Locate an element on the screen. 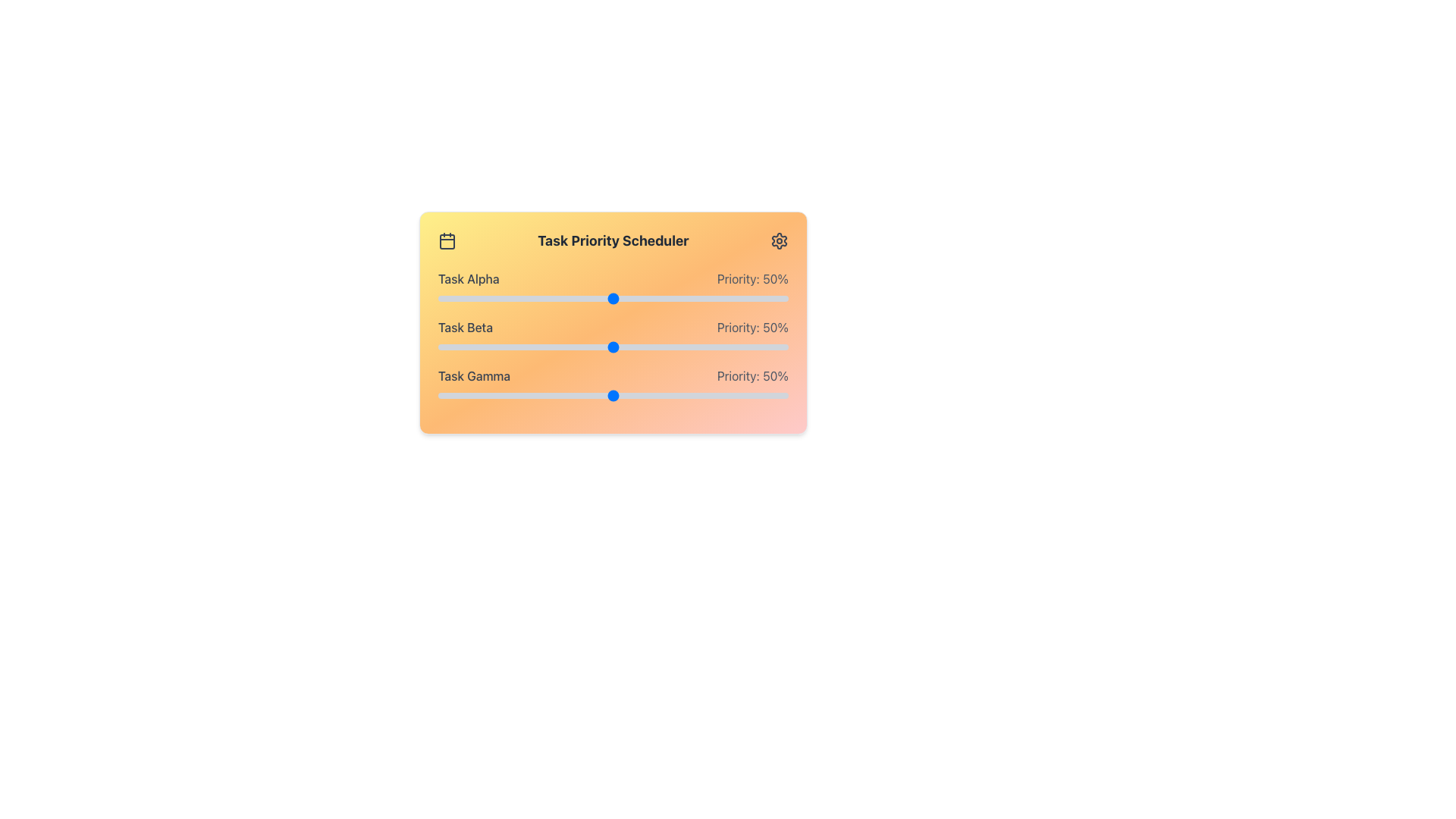 The image size is (1456, 819). task priority is located at coordinates (770, 394).